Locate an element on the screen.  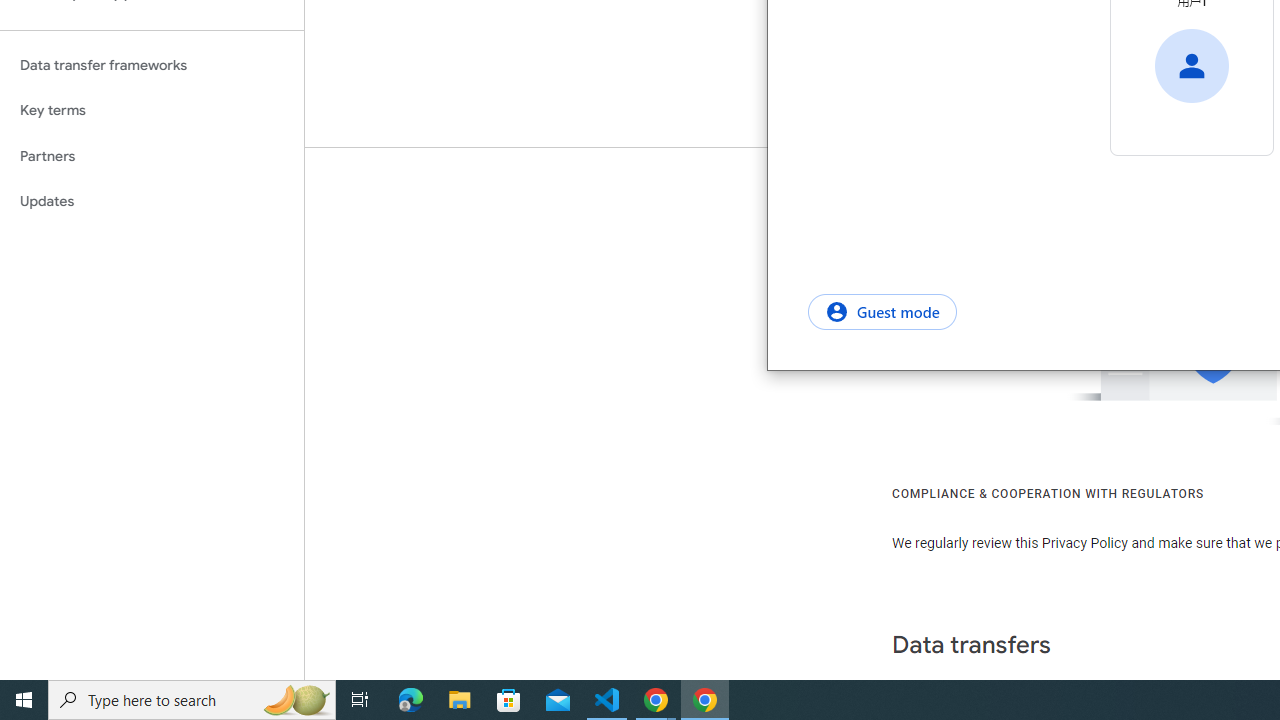
'Google Chrome - 1 running window' is located at coordinates (705, 698).